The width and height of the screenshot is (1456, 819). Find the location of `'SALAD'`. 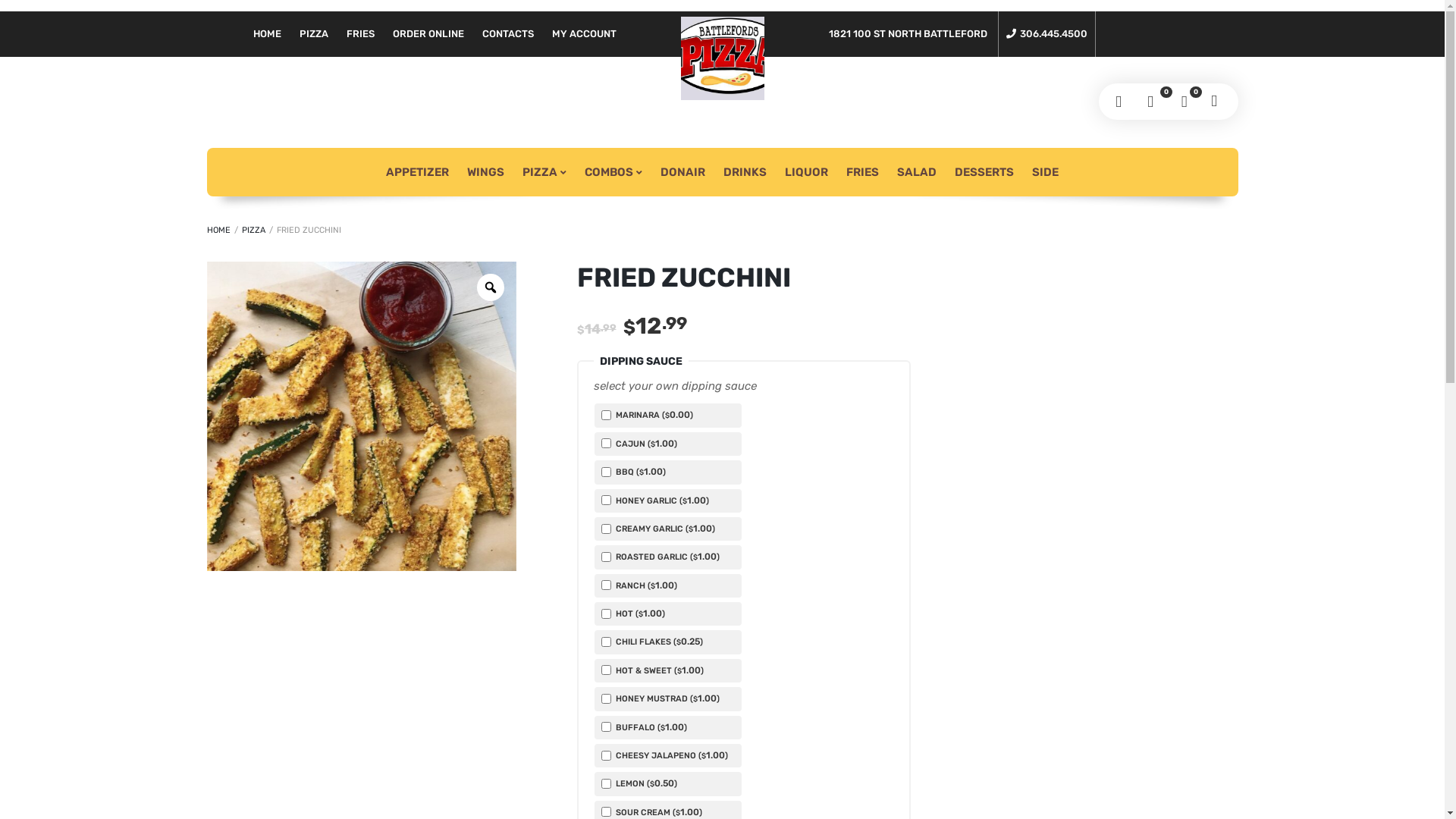

'SALAD' is located at coordinates (889, 171).